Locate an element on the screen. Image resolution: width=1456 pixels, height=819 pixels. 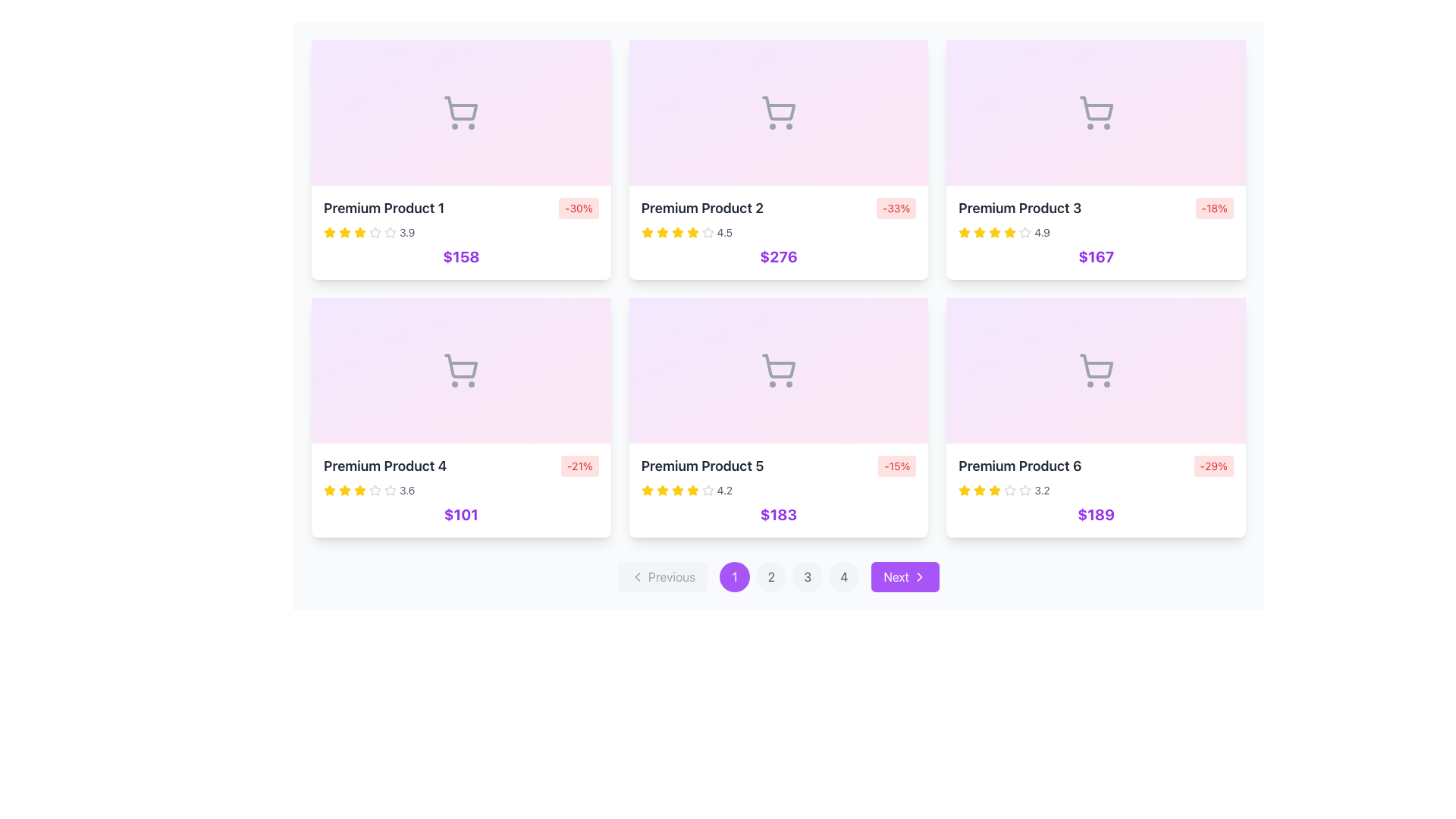
the fourth yellow filled star icon in the rating system of the 'Premium Product 2' card is located at coordinates (676, 233).